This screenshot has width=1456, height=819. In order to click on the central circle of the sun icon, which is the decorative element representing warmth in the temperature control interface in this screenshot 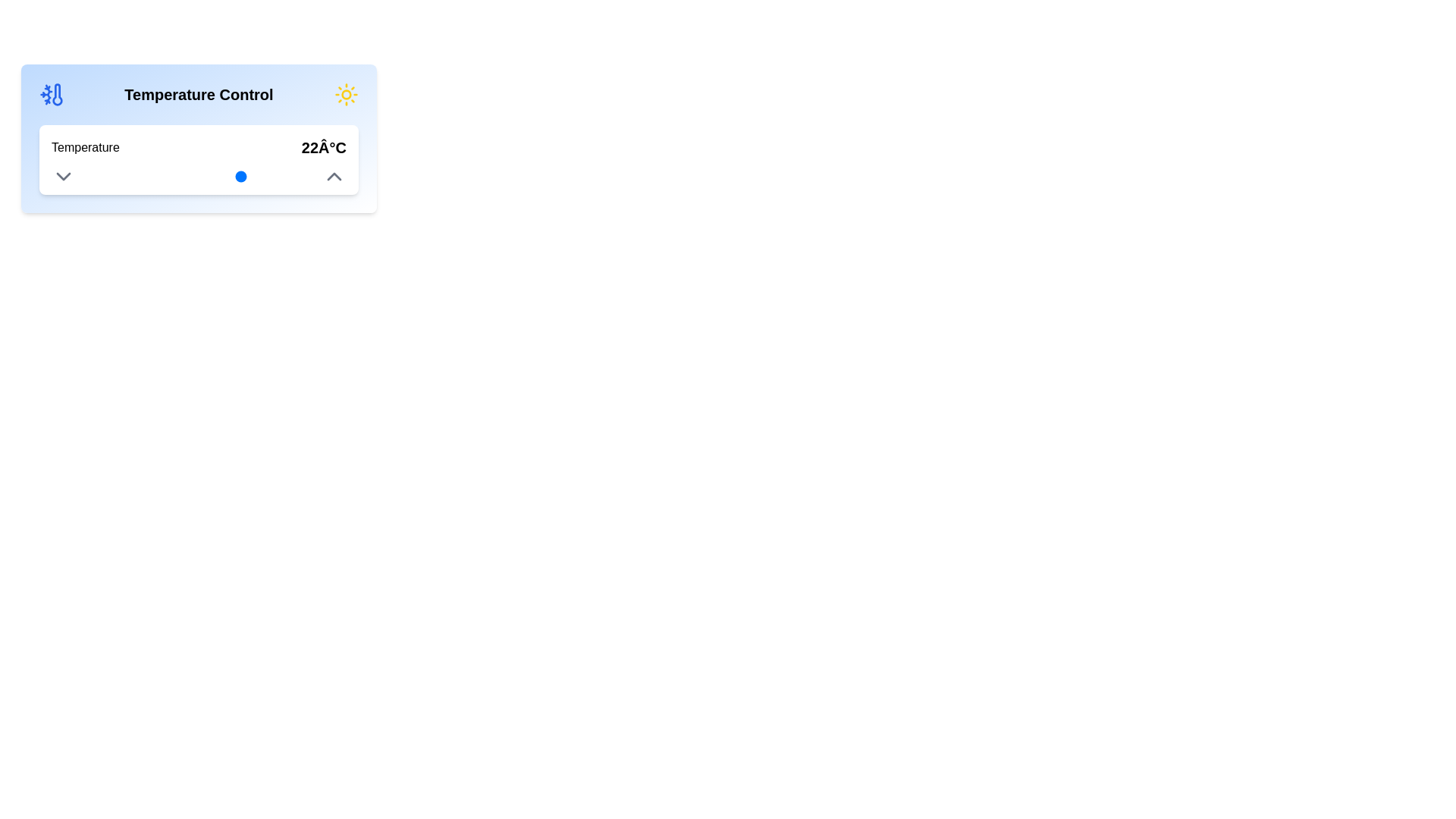, I will do `click(345, 94)`.